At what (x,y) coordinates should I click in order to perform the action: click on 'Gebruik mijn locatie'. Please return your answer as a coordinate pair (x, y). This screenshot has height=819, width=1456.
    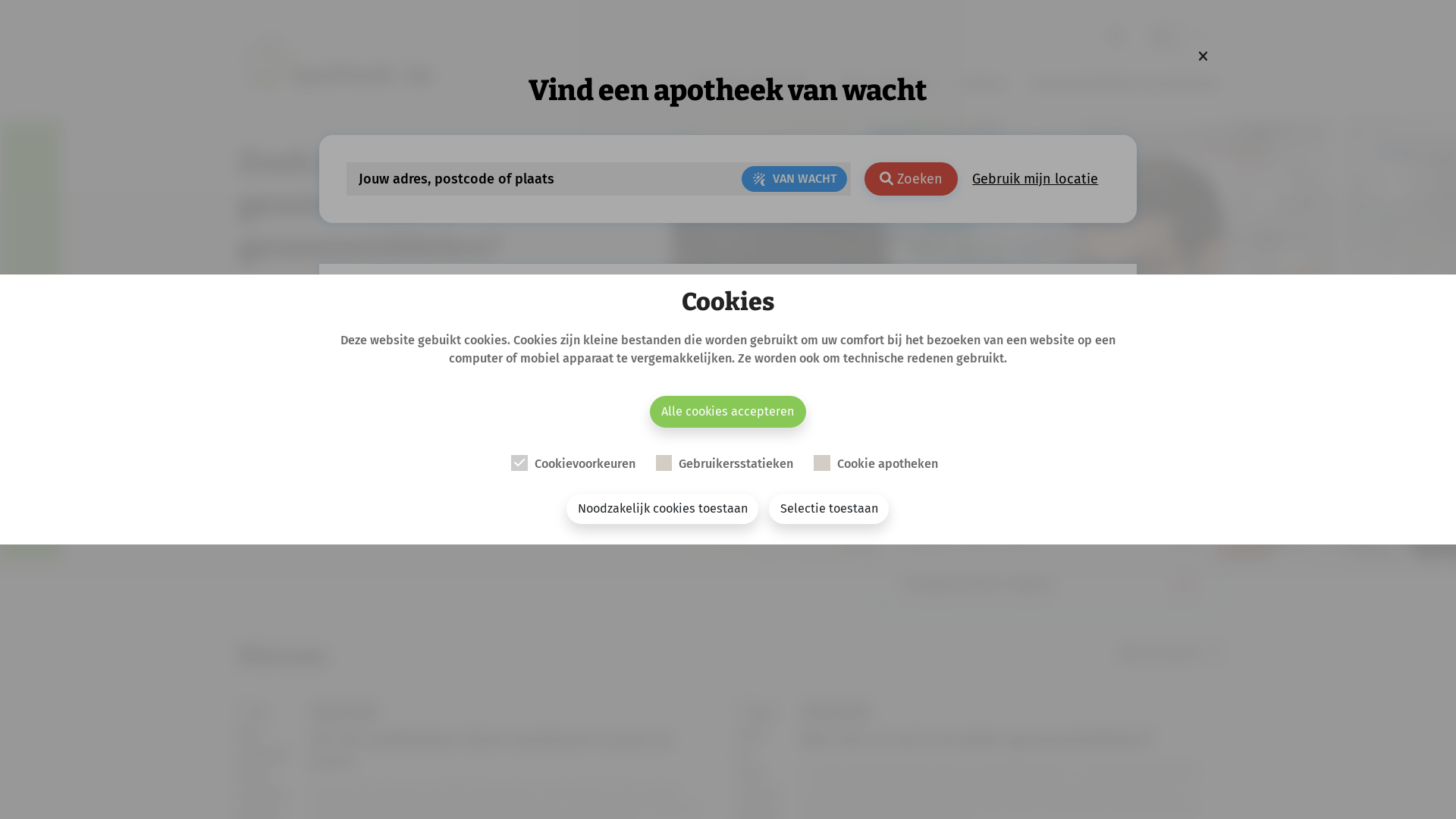
    Looking at the image, I should click on (1034, 178).